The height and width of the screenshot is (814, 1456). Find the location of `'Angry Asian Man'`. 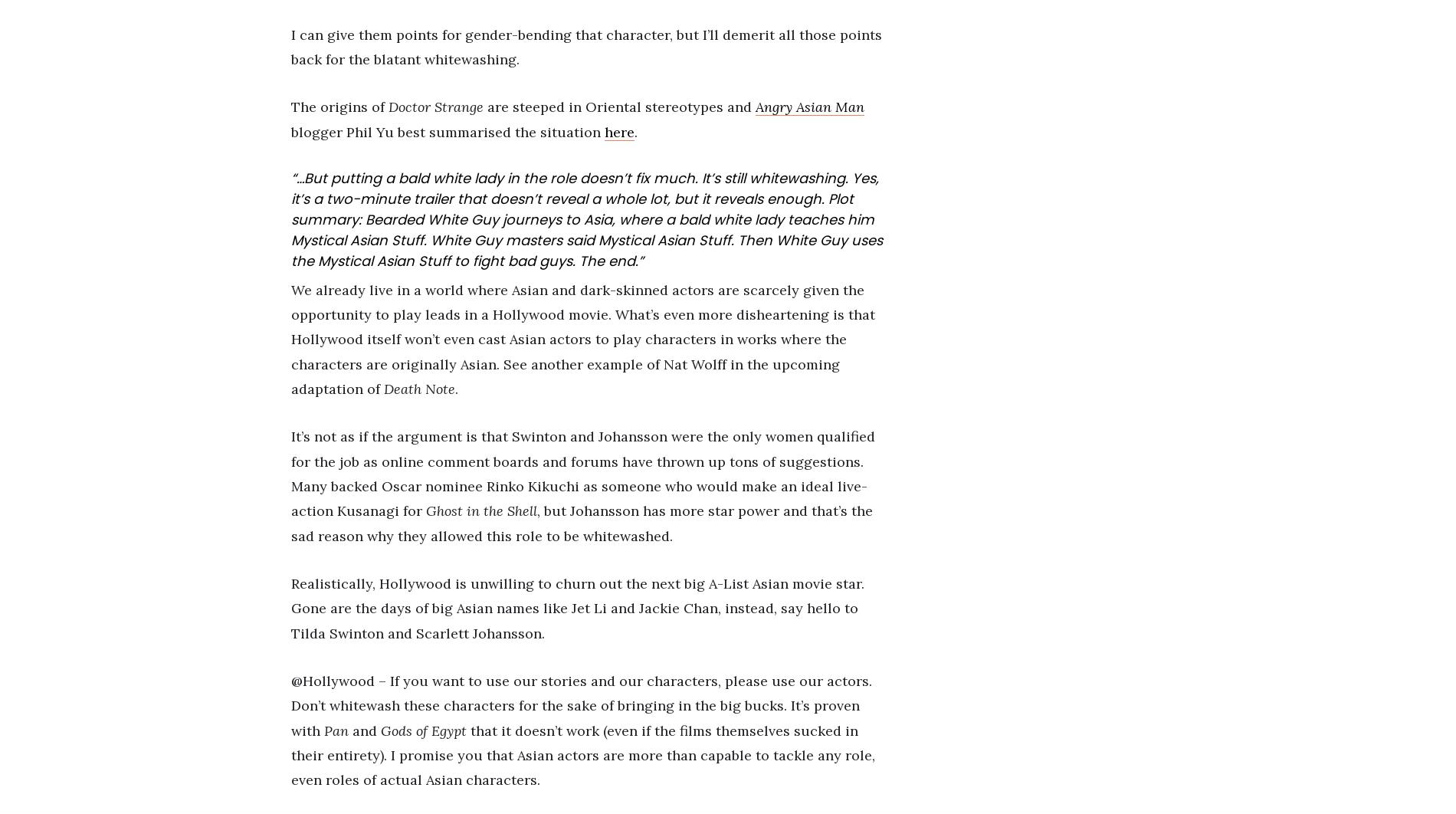

'Angry Asian Man' is located at coordinates (755, 107).